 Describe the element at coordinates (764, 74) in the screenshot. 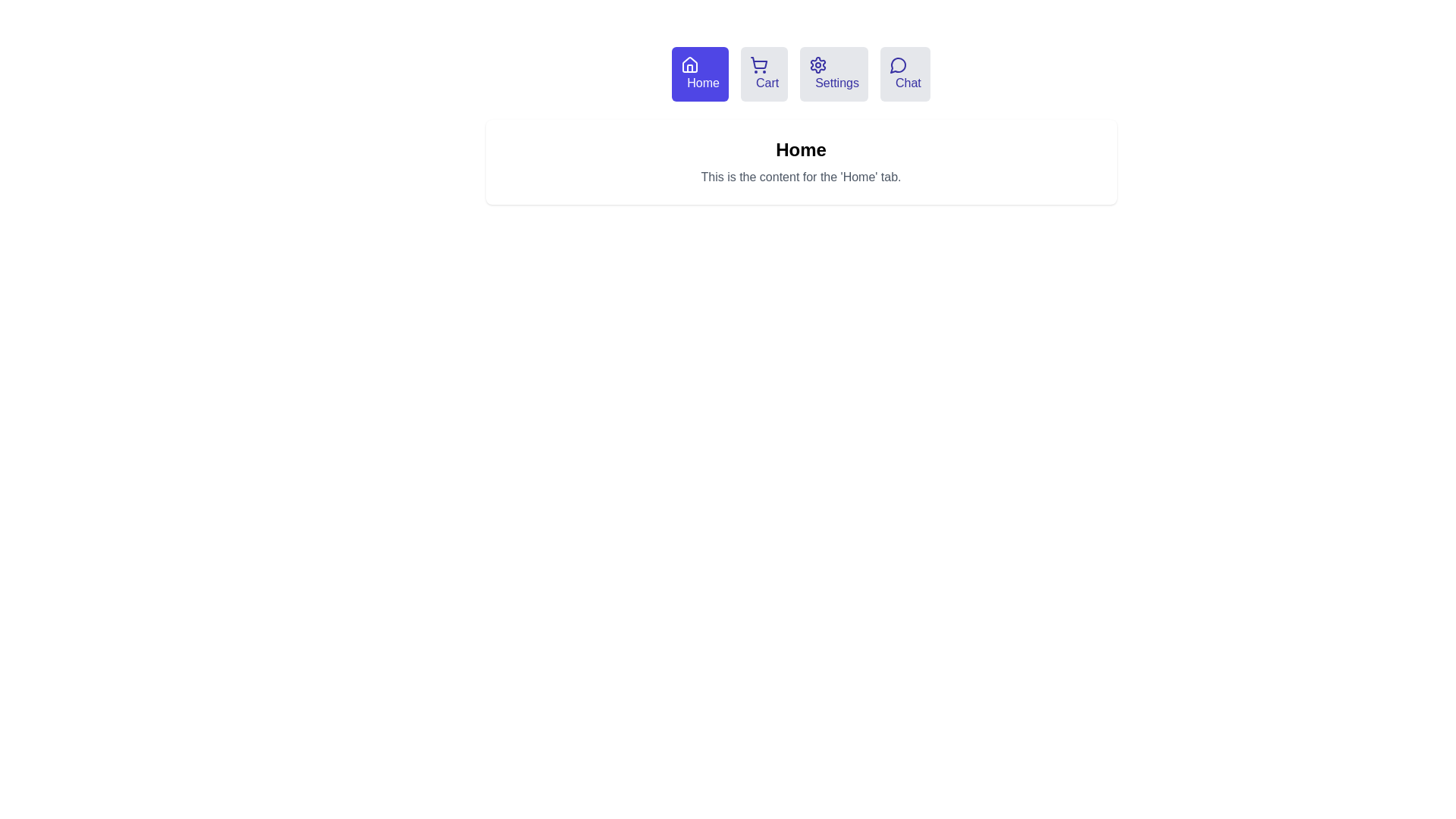

I see `the tab labeled Cart` at that location.